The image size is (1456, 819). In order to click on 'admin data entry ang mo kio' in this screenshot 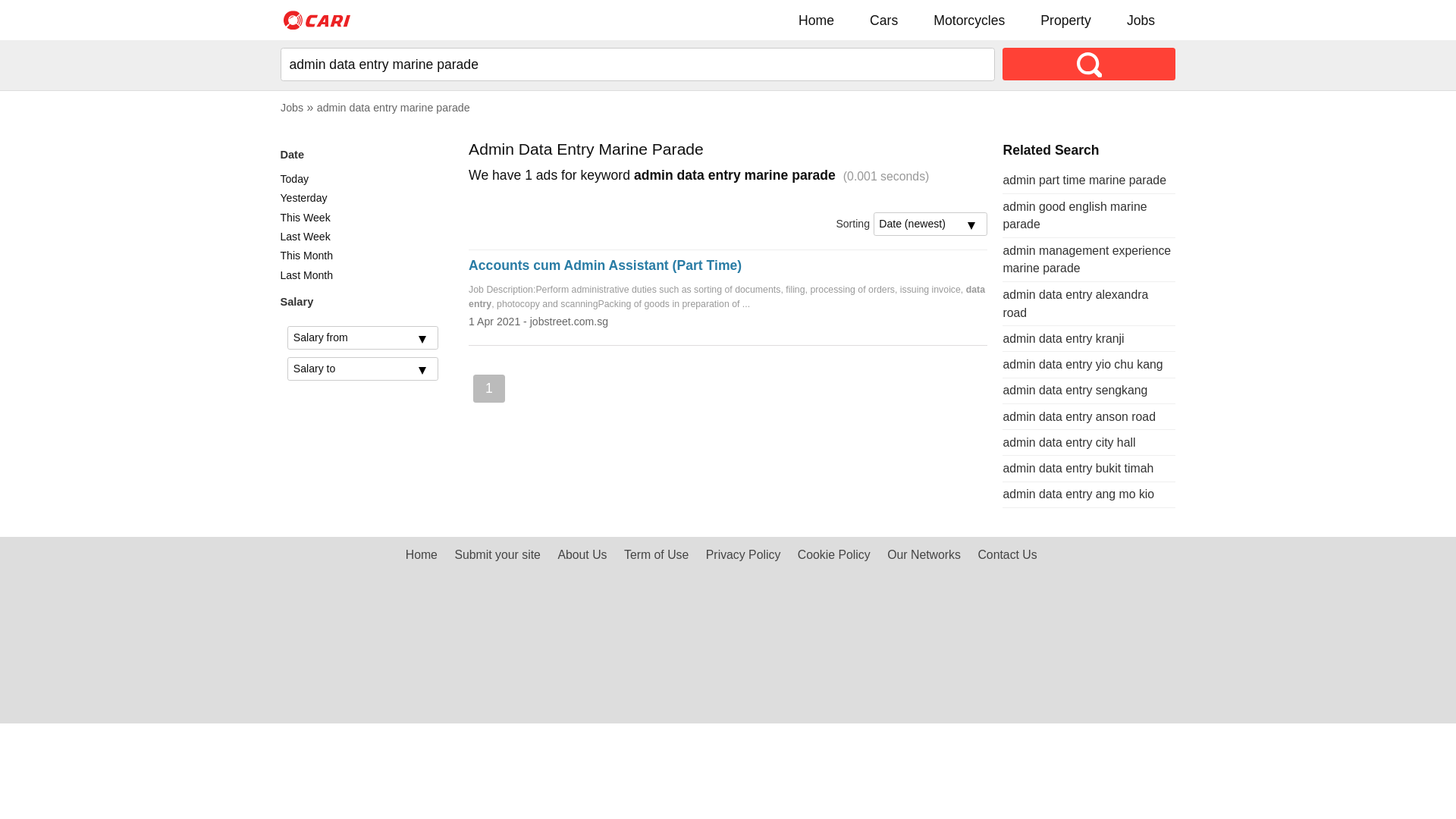, I will do `click(1077, 494)`.